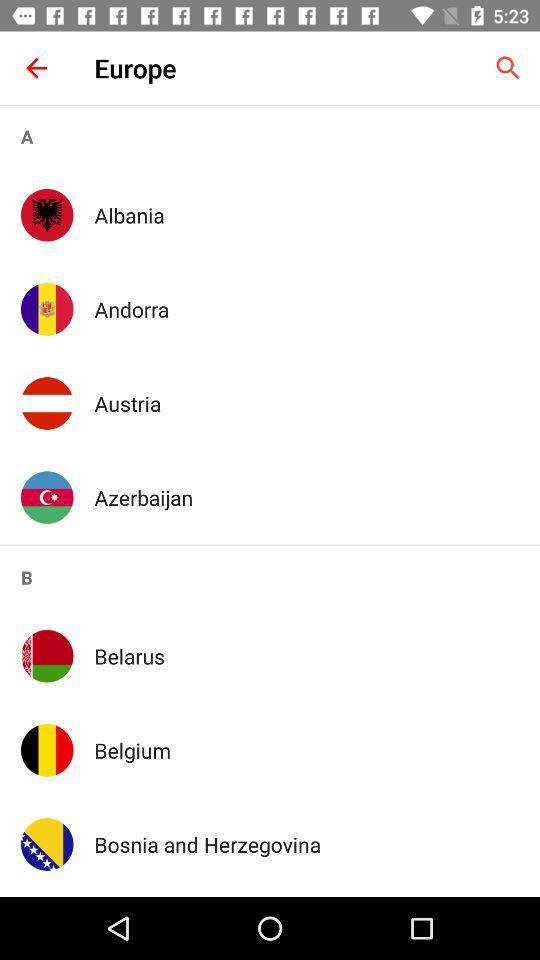 Image resolution: width=540 pixels, height=960 pixels. I want to click on the app above belgium app, so click(306, 655).